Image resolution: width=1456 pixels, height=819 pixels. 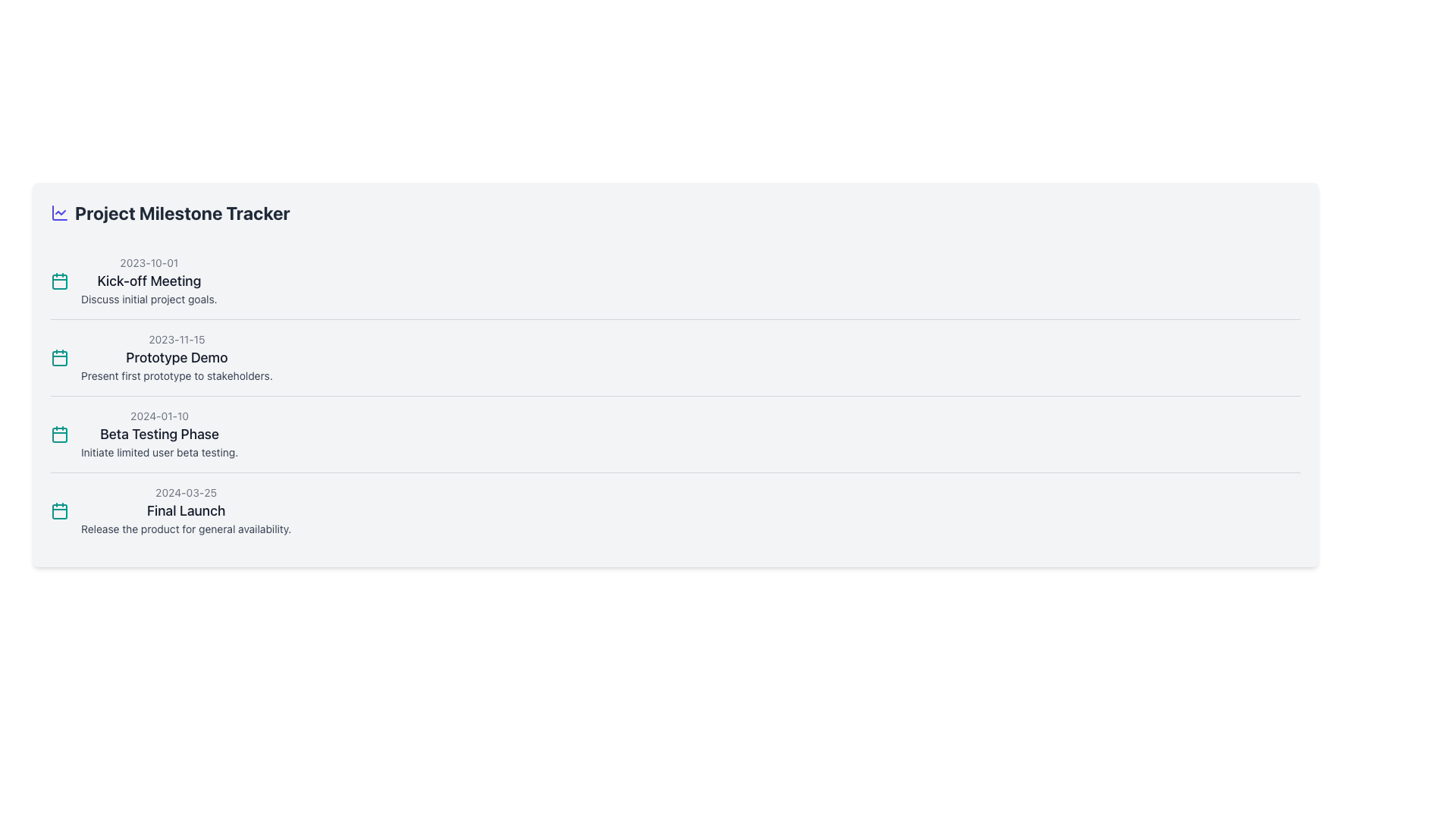 What do you see at coordinates (185, 511) in the screenshot?
I see `information presented in the Text display block which includes the date '2024-03-25', the title 'Final Launch', and the description 'Release the product for general availability.'` at bounding box center [185, 511].